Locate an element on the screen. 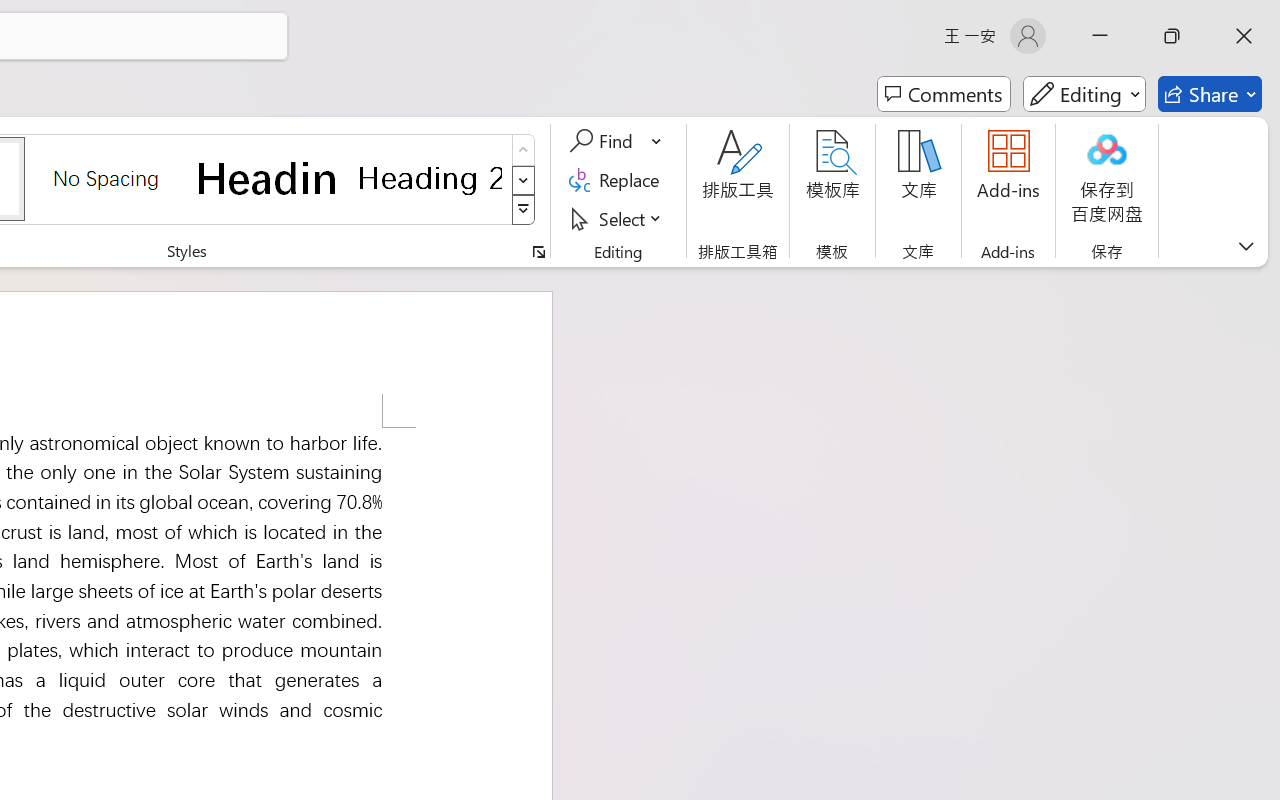 The height and width of the screenshot is (800, 1280). 'Heading 1' is located at coordinates (267, 177).